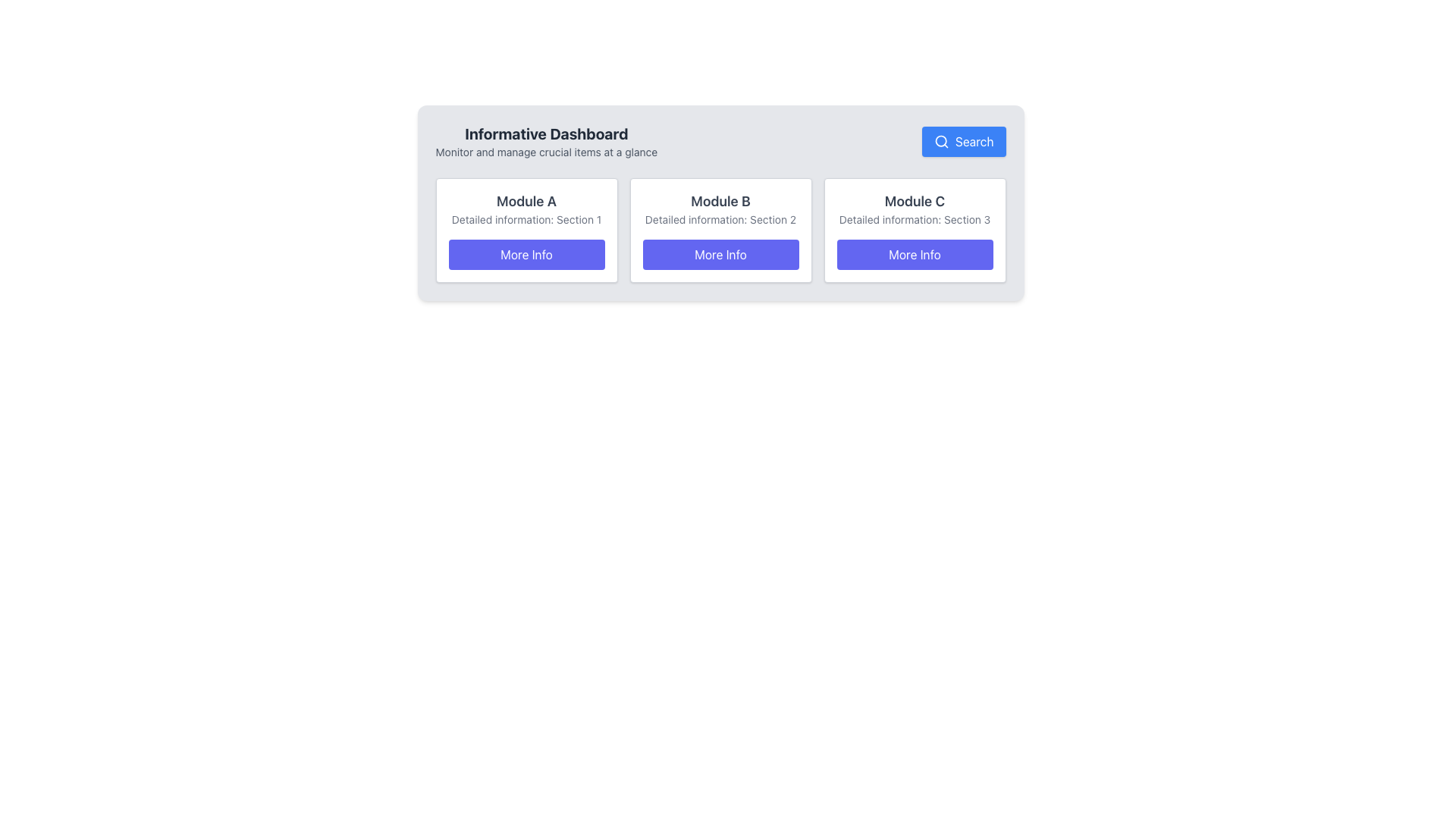  I want to click on the descriptive Text Label that provides supplementary information about the 'Module A' section, positioned below the 'Module A' heading and above the 'More Info' button, so click(526, 219).